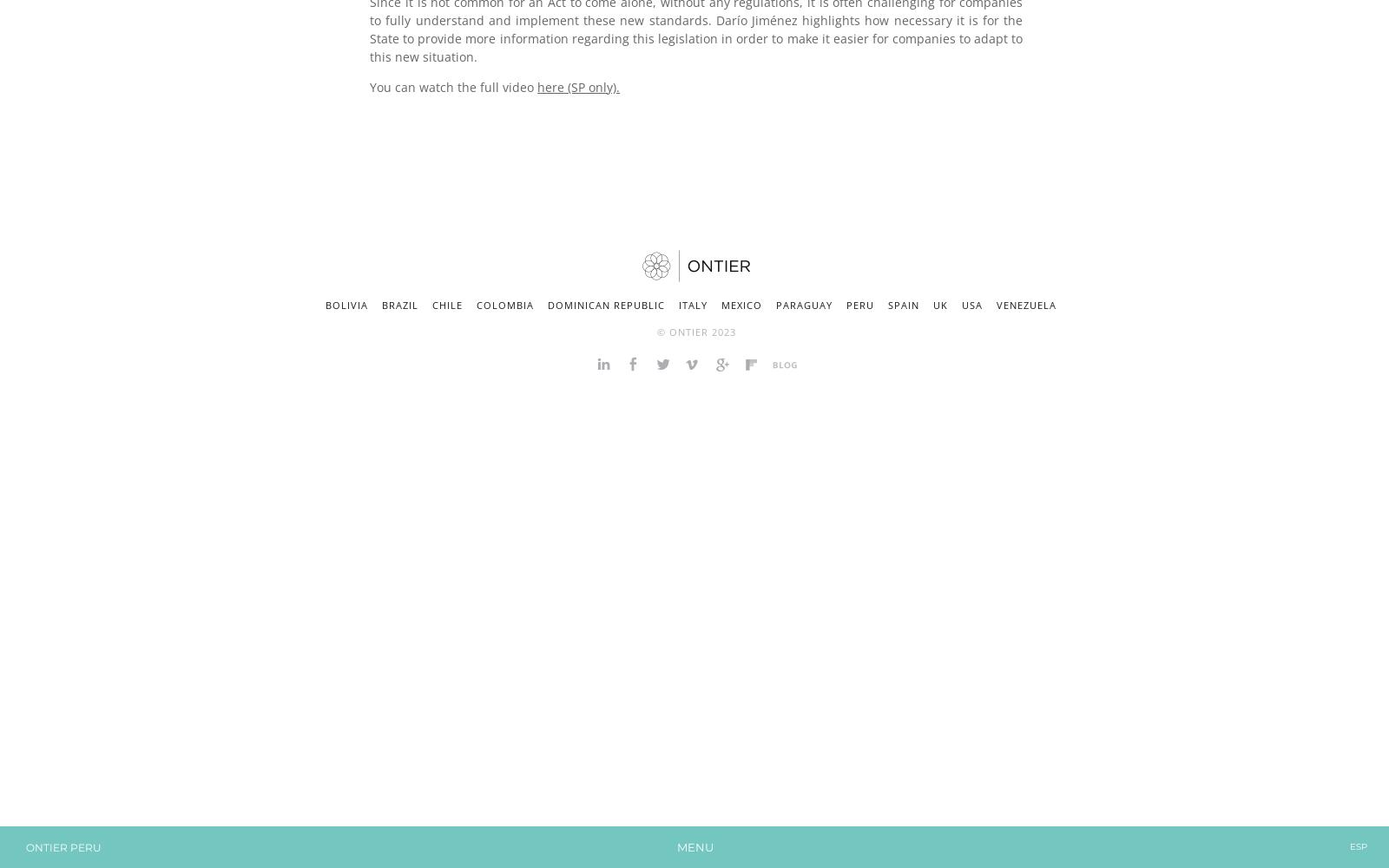  Describe the element at coordinates (694, 332) in the screenshot. I see `'© ONTIER 2023'` at that location.